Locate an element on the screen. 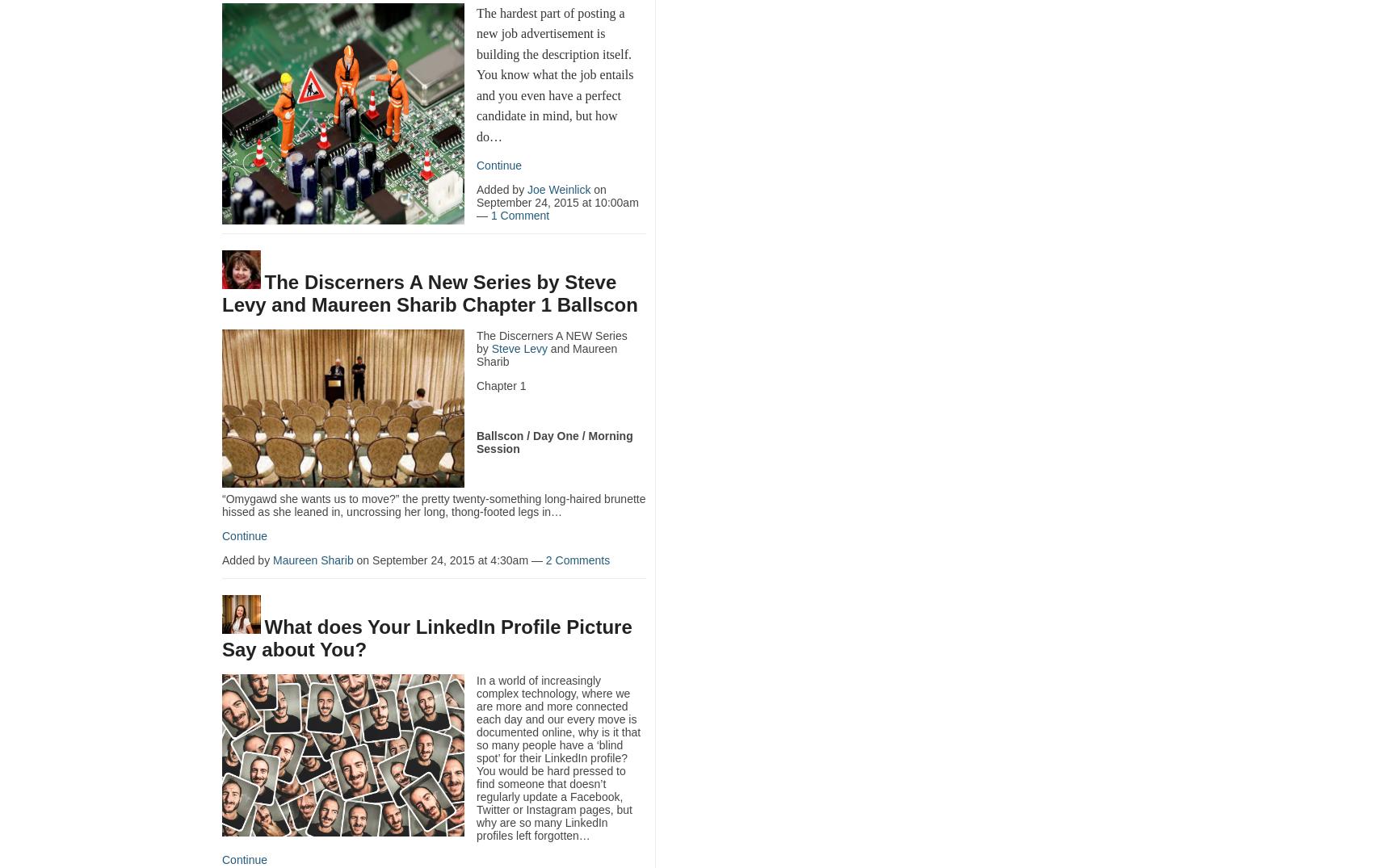 Image resolution: width=1399 pixels, height=868 pixels. 'Chapter 1' is located at coordinates (501, 386).